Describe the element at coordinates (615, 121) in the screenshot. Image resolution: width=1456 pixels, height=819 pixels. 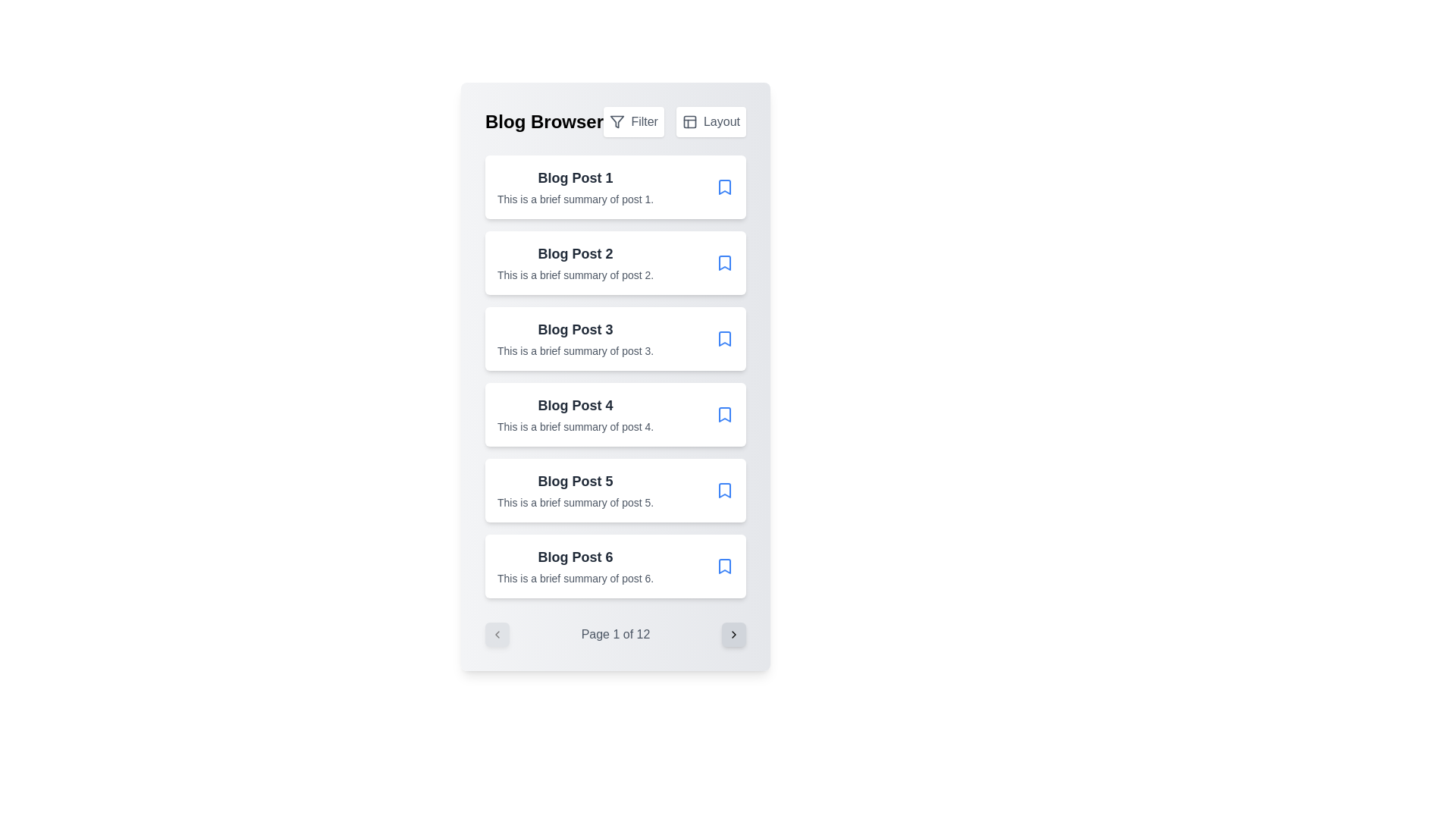
I see `the filter icon located in the center section of the header for blog browsing, which allows users to apply filters` at that location.